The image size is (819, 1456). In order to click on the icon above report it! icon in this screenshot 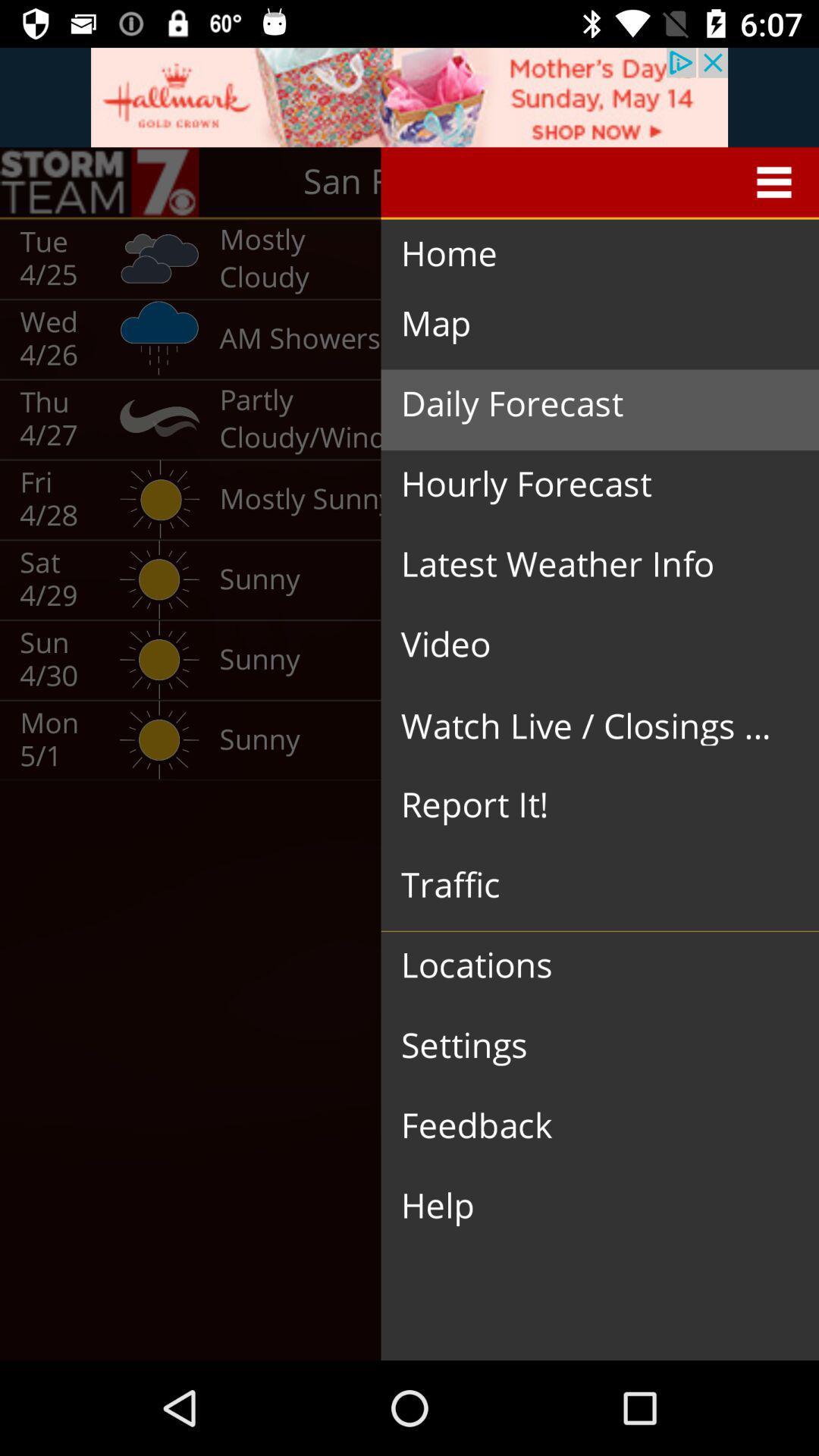, I will do `click(587, 724)`.